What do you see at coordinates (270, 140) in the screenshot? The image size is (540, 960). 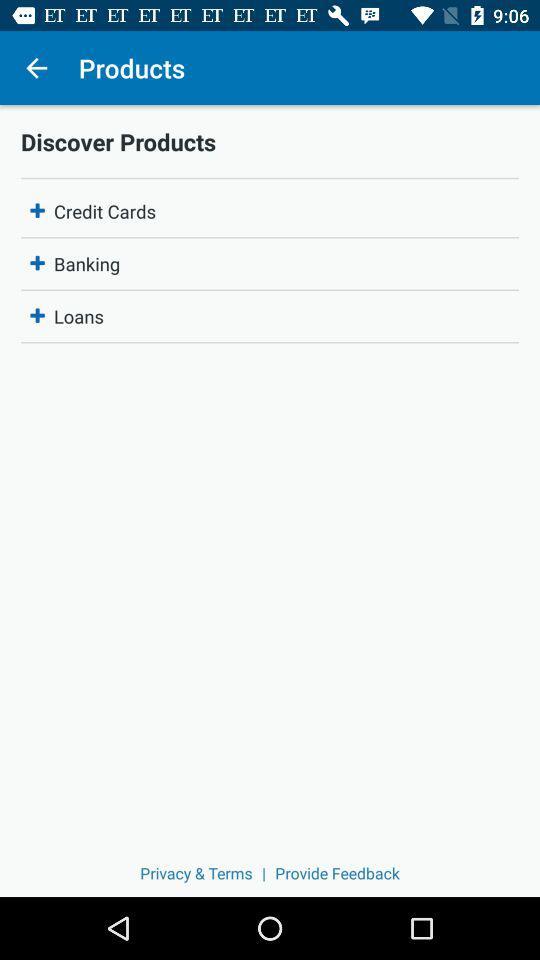 I see `the discover products icon` at bounding box center [270, 140].